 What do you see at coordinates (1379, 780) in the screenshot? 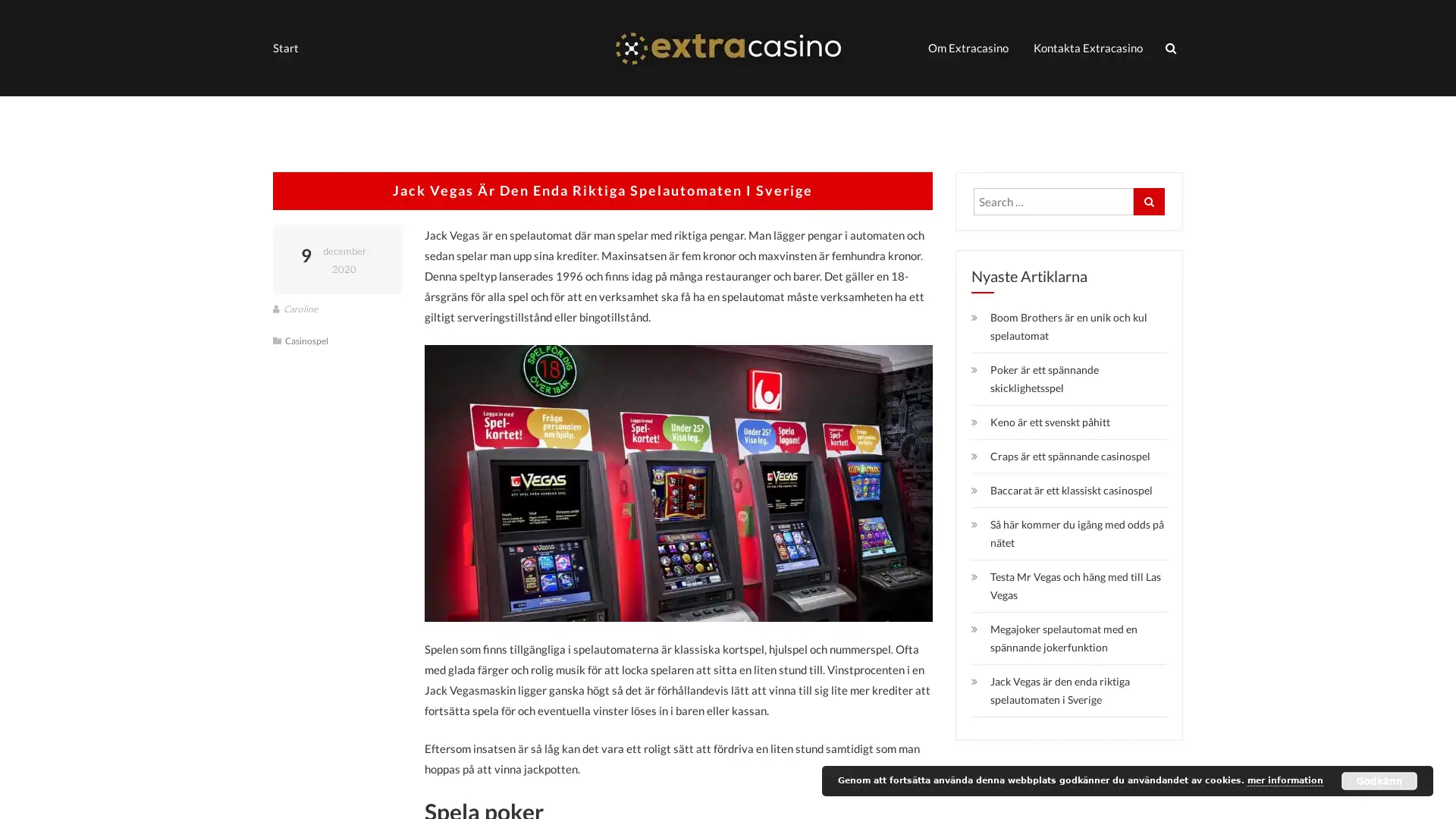
I see `Godkann` at bounding box center [1379, 780].